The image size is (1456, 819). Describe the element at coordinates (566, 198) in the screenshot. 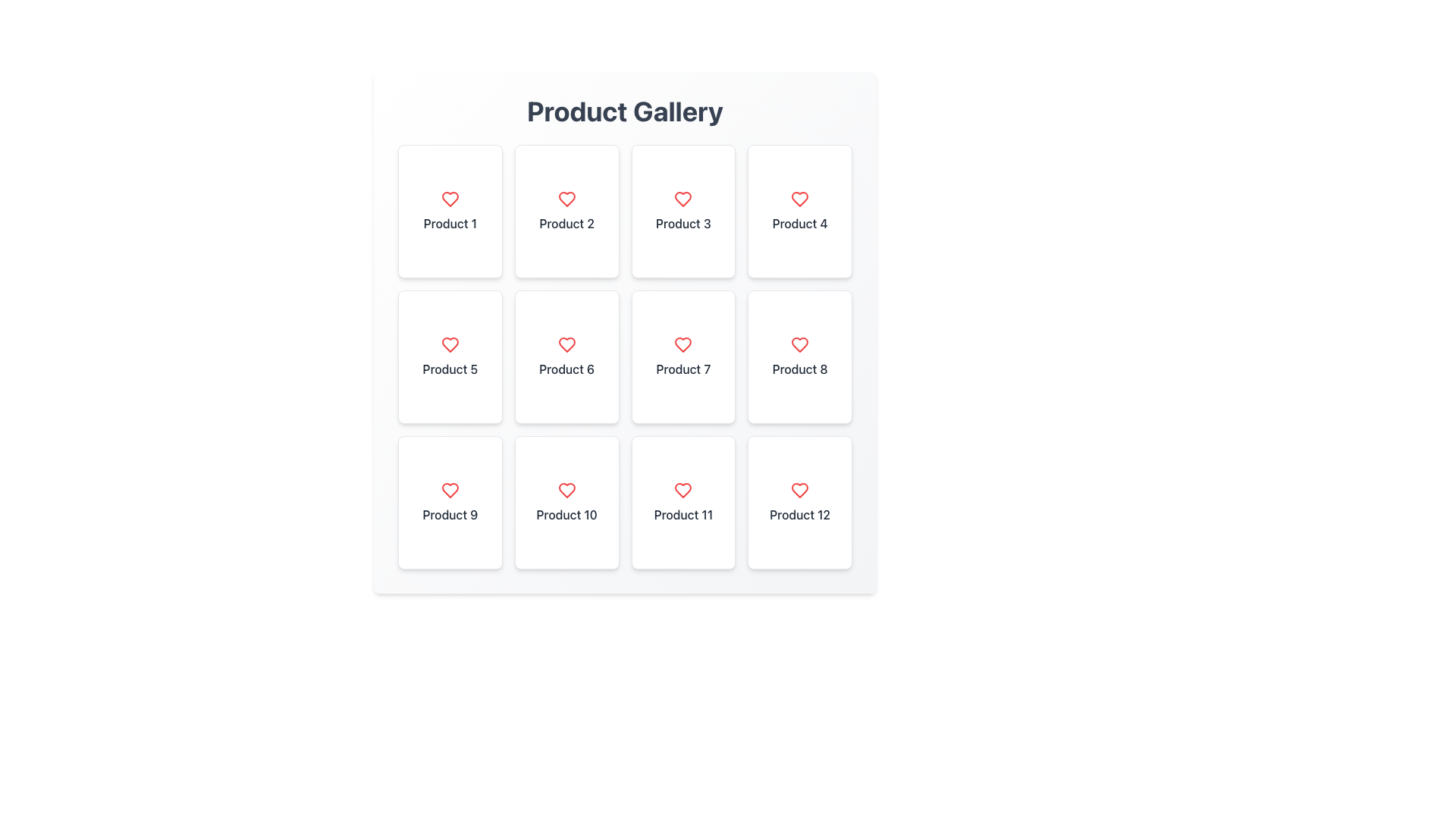

I see `the heart icon located within the card representing 'Product 2'` at that location.